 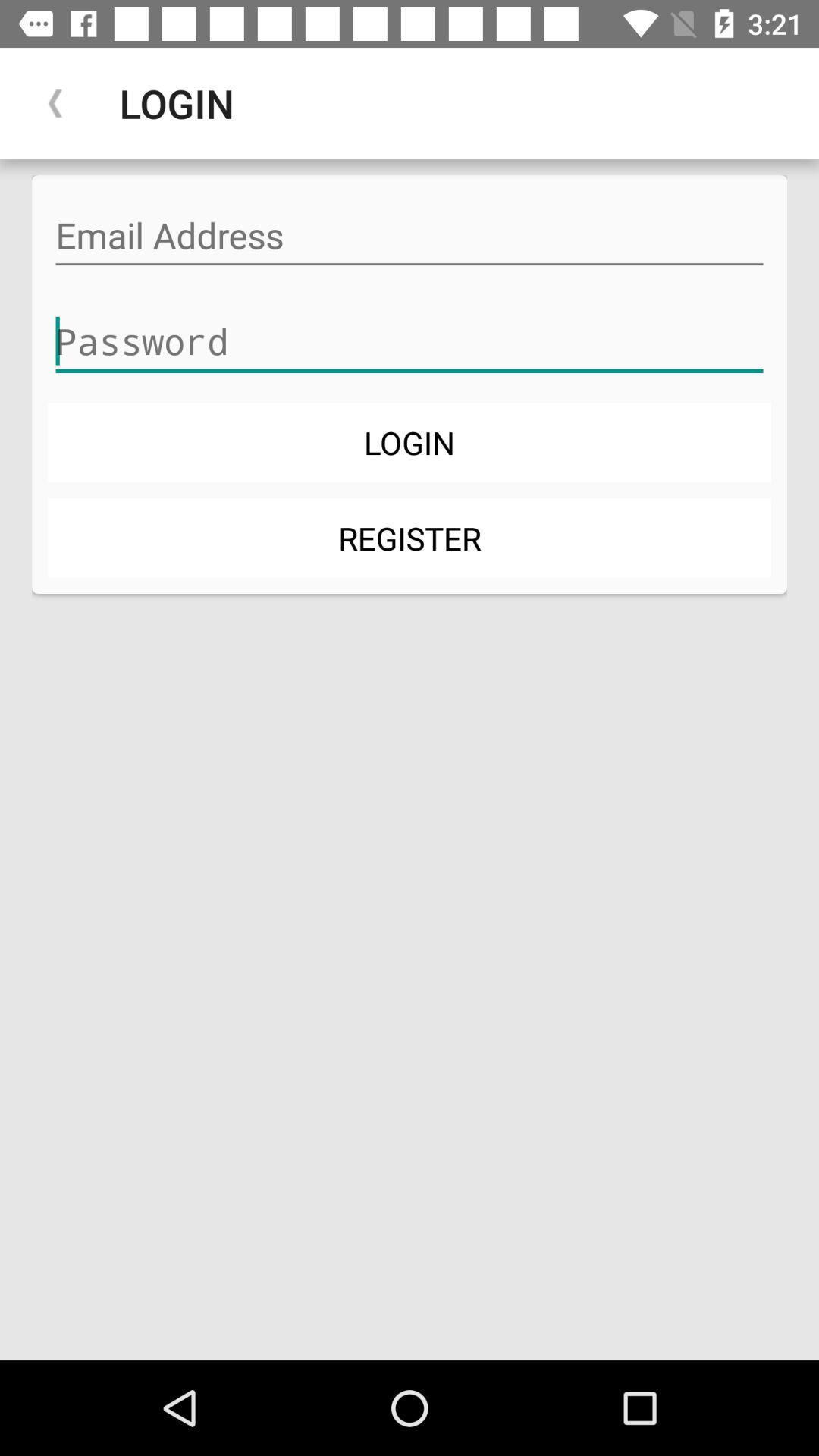 What do you see at coordinates (409, 538) in the screenshot?
I see `icon below login item` at bounding box center [409, 538].